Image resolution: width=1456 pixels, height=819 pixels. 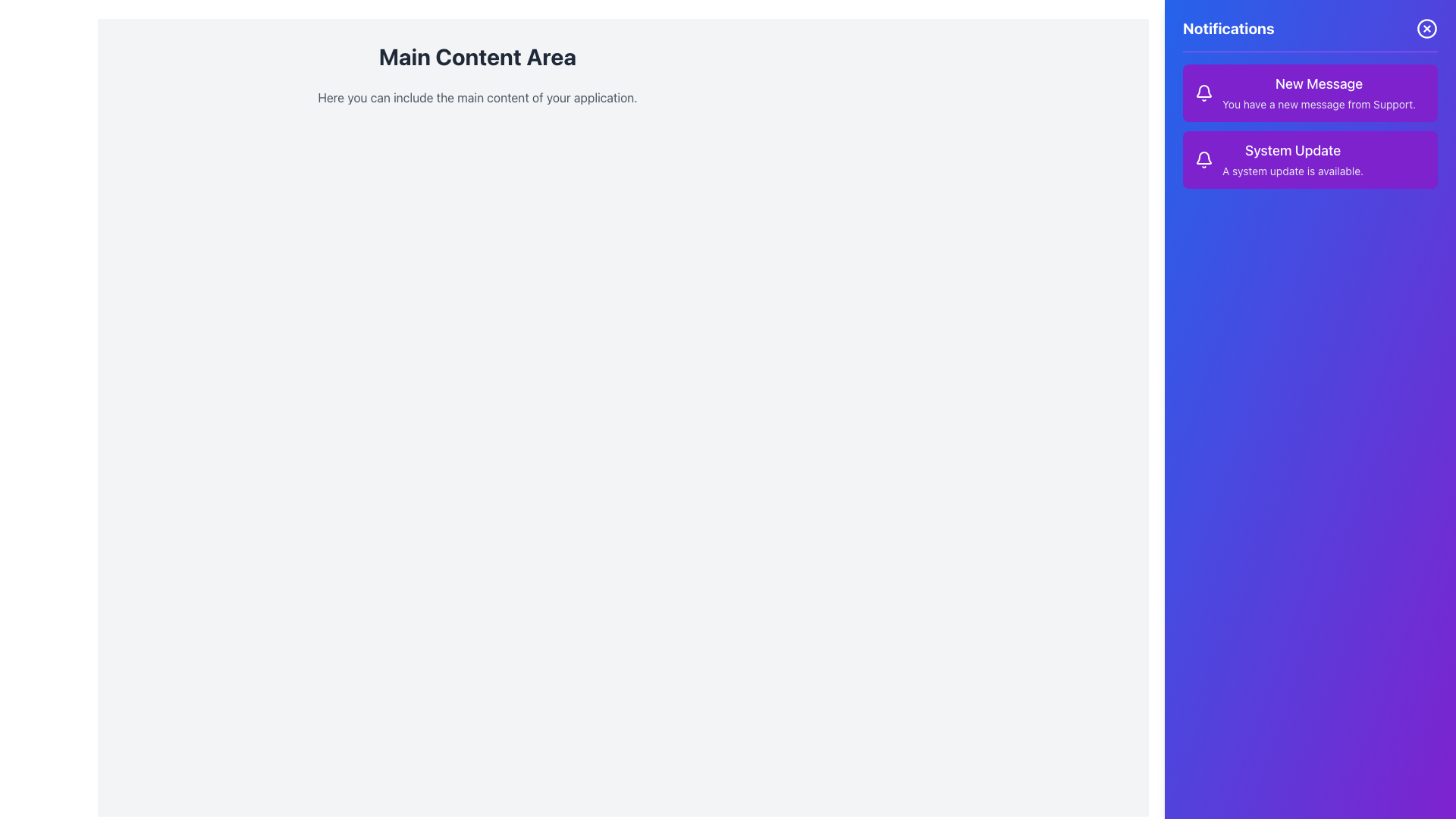 What do you see at coordinates (1318, 103) in the screenshot?
I see `static text notification message that informs the user about receiving a new message from 'Support' located beneath the heading 'New Message' in the notification panel` at bounding box center [1318, 103].